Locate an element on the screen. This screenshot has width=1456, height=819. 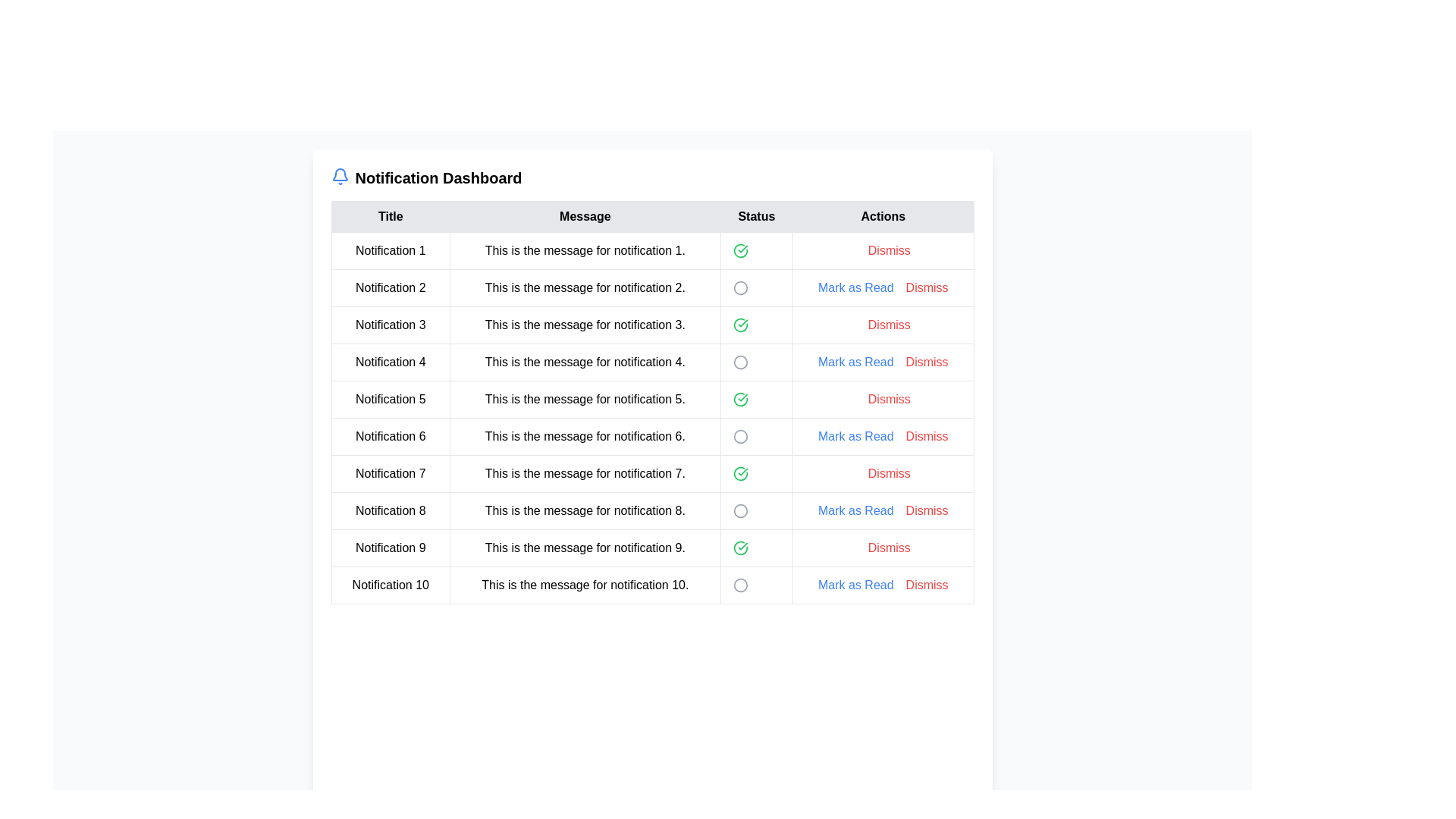
the Text block displaying the message for 'Notification 1' located in the 'Message' column of the notification table is located at coordinates (584, 250).